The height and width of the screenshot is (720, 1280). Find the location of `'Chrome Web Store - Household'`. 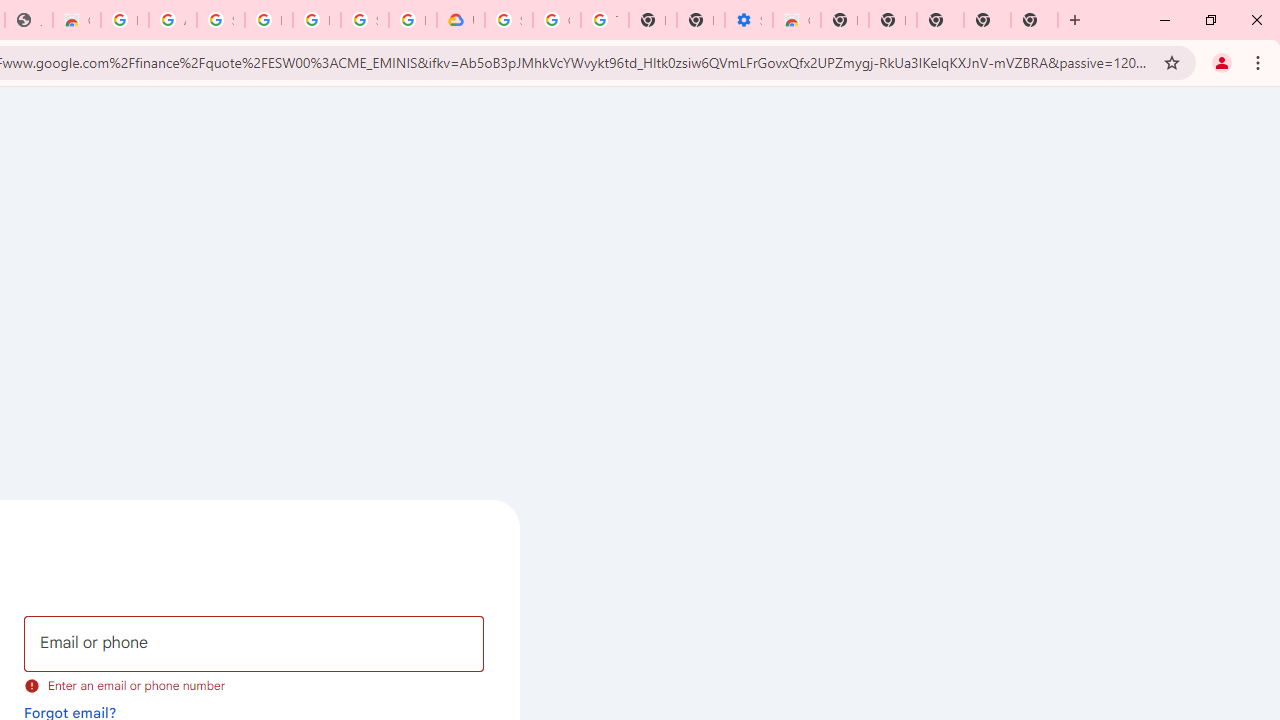

'Chrome Web Store - Household' is located at coordinates (76, 20).